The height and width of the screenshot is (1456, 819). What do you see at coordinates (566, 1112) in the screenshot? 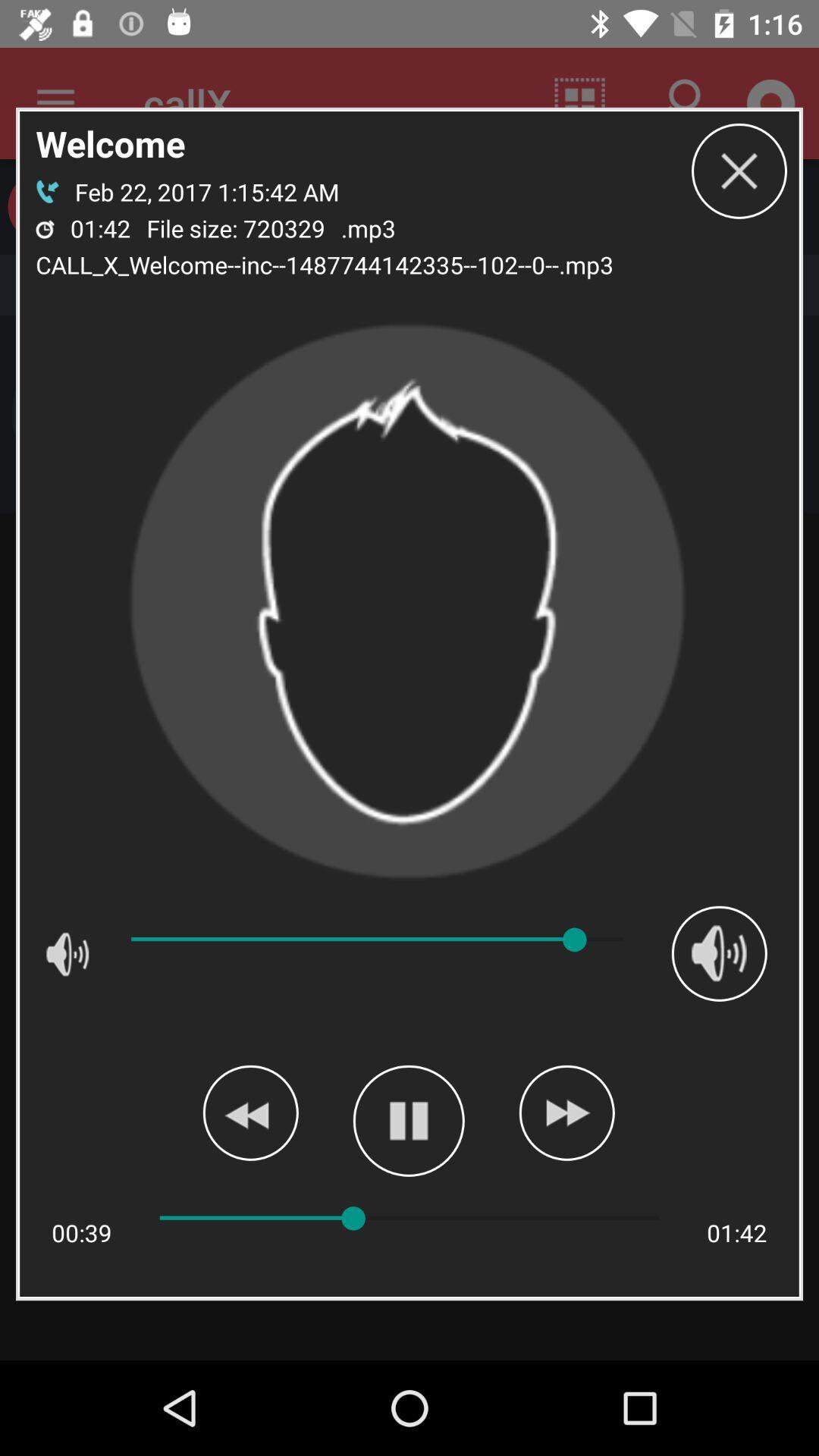
I see `fast forward or skip play` at bounding box center [566, 1112].